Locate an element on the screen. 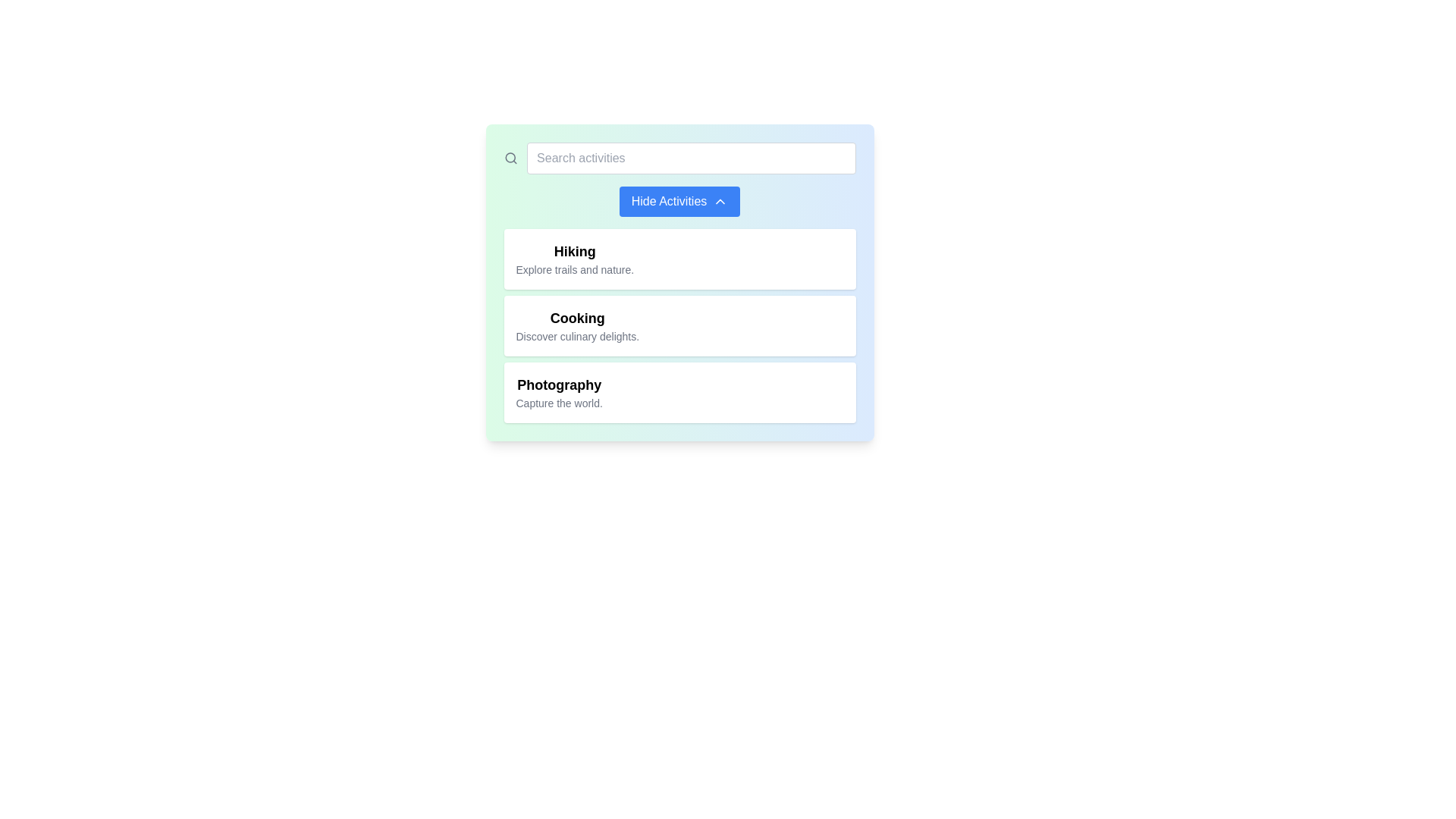 This screenshot has height=819, width=1456. text label that says 'Discover culinary delights.' which is a smaller, lighter gray font situated below the bold title 'Cooking' is located at coordinates (576, 335).